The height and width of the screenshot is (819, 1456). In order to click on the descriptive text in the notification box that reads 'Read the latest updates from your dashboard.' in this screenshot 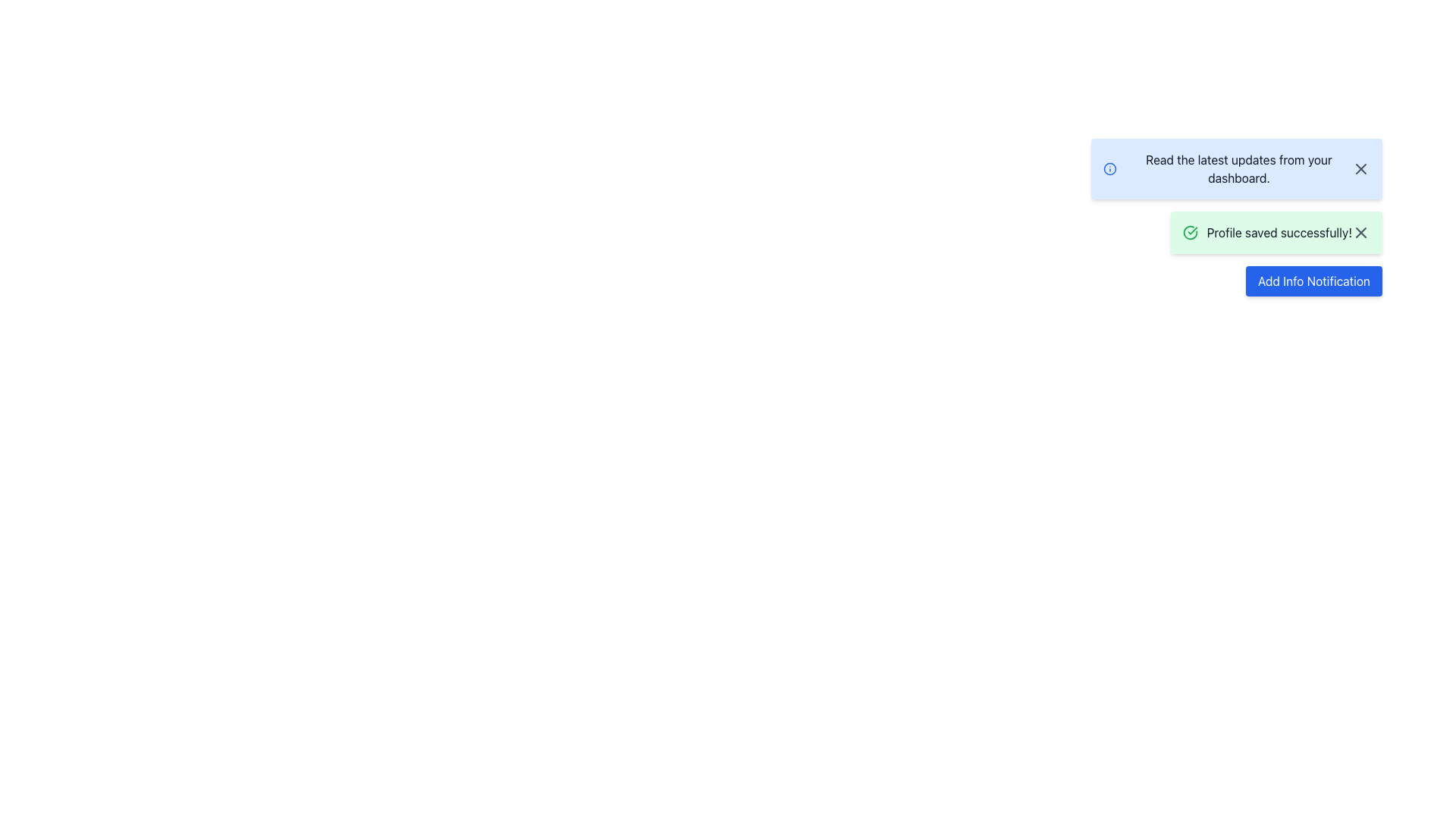, I will do `click(1237, 169)`.